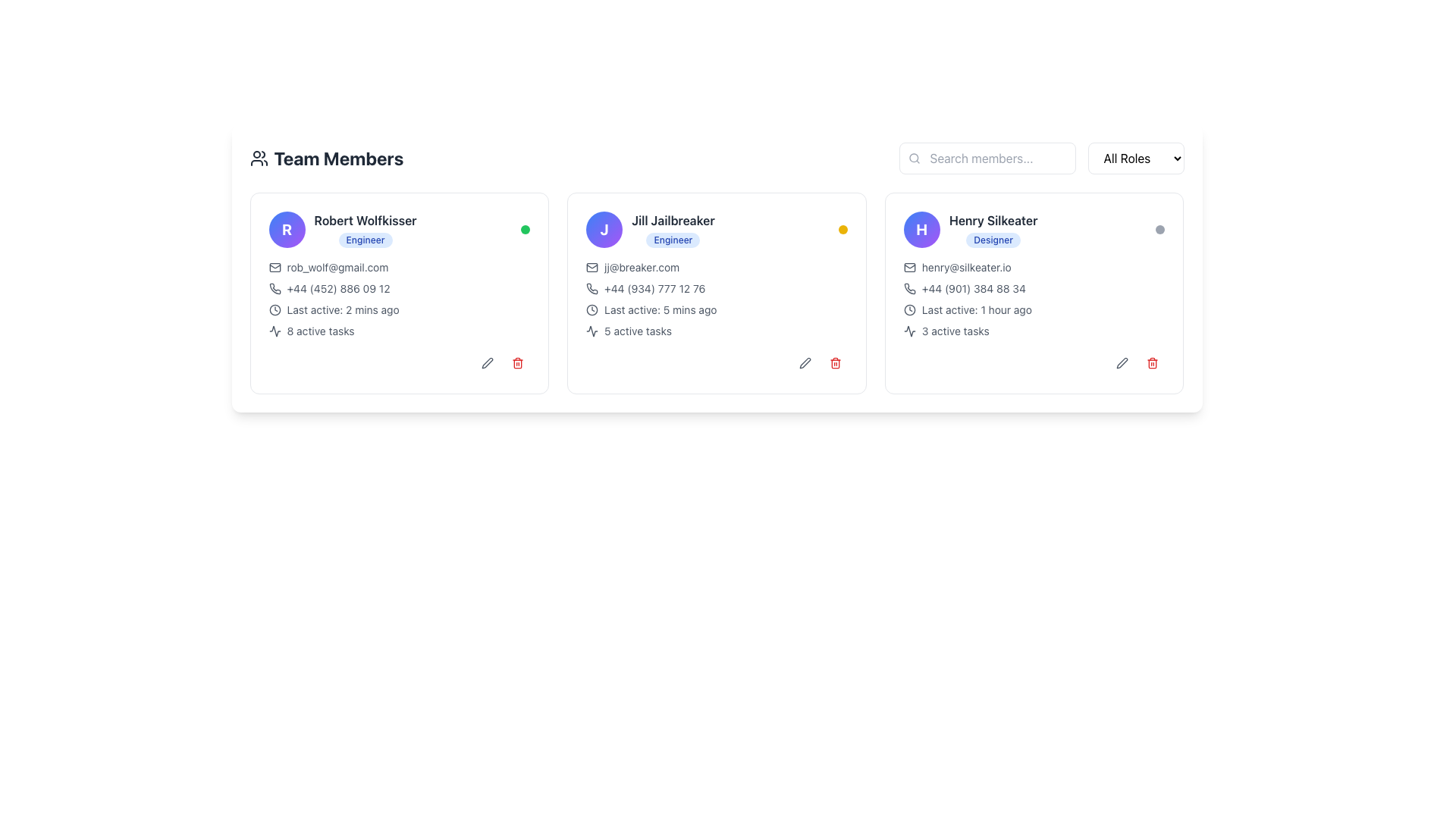 The height and width of the screenshot is (819, 1456). I want to click on the activity icon representing '3 active tasks', which is located in the lower right section of the third profile card, so click(909, 330).